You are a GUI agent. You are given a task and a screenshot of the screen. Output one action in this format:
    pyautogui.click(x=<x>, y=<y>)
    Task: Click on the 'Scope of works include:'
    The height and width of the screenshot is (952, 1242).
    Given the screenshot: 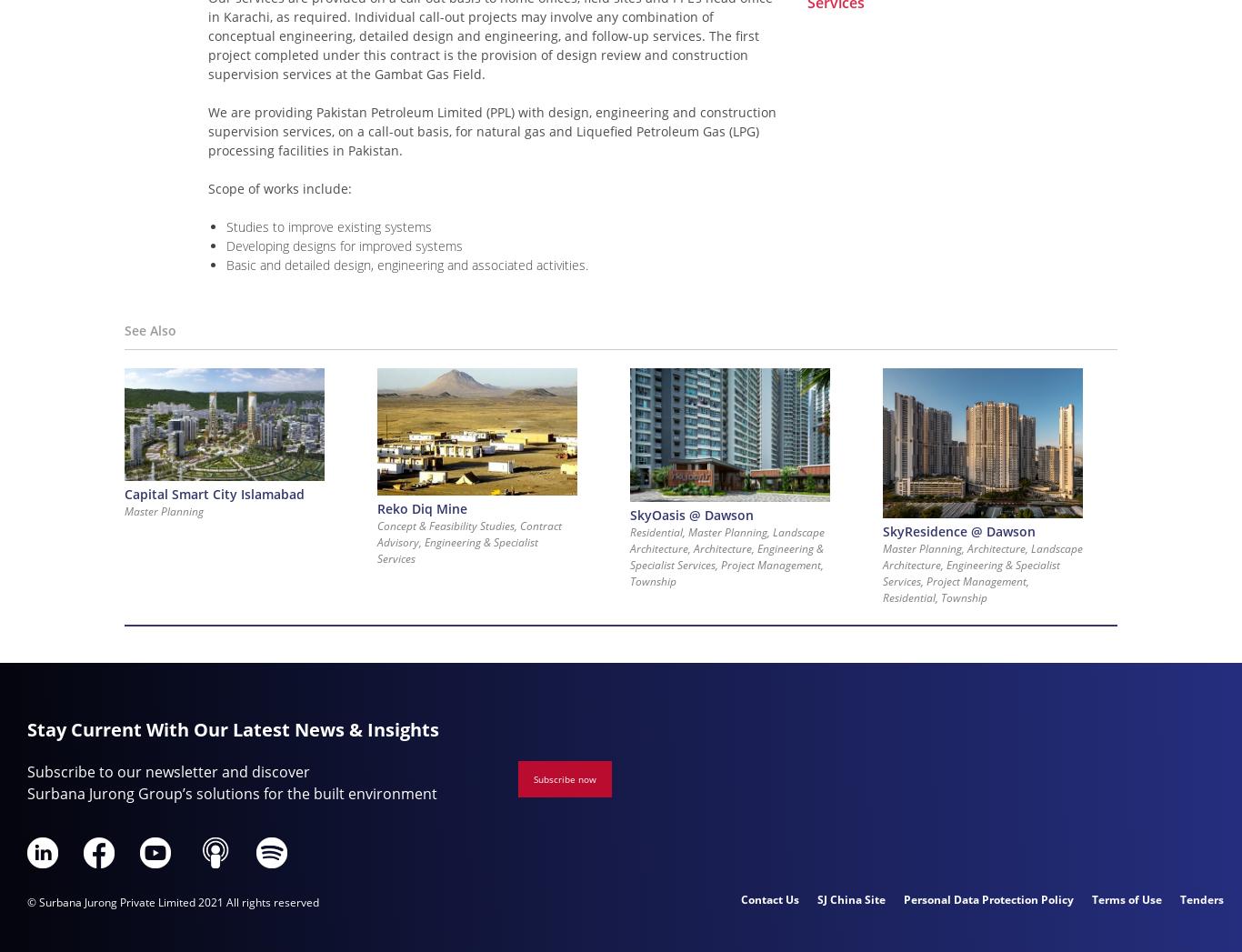 What is the action you would take?
    pyautogui.click(x=280, y=187)
    